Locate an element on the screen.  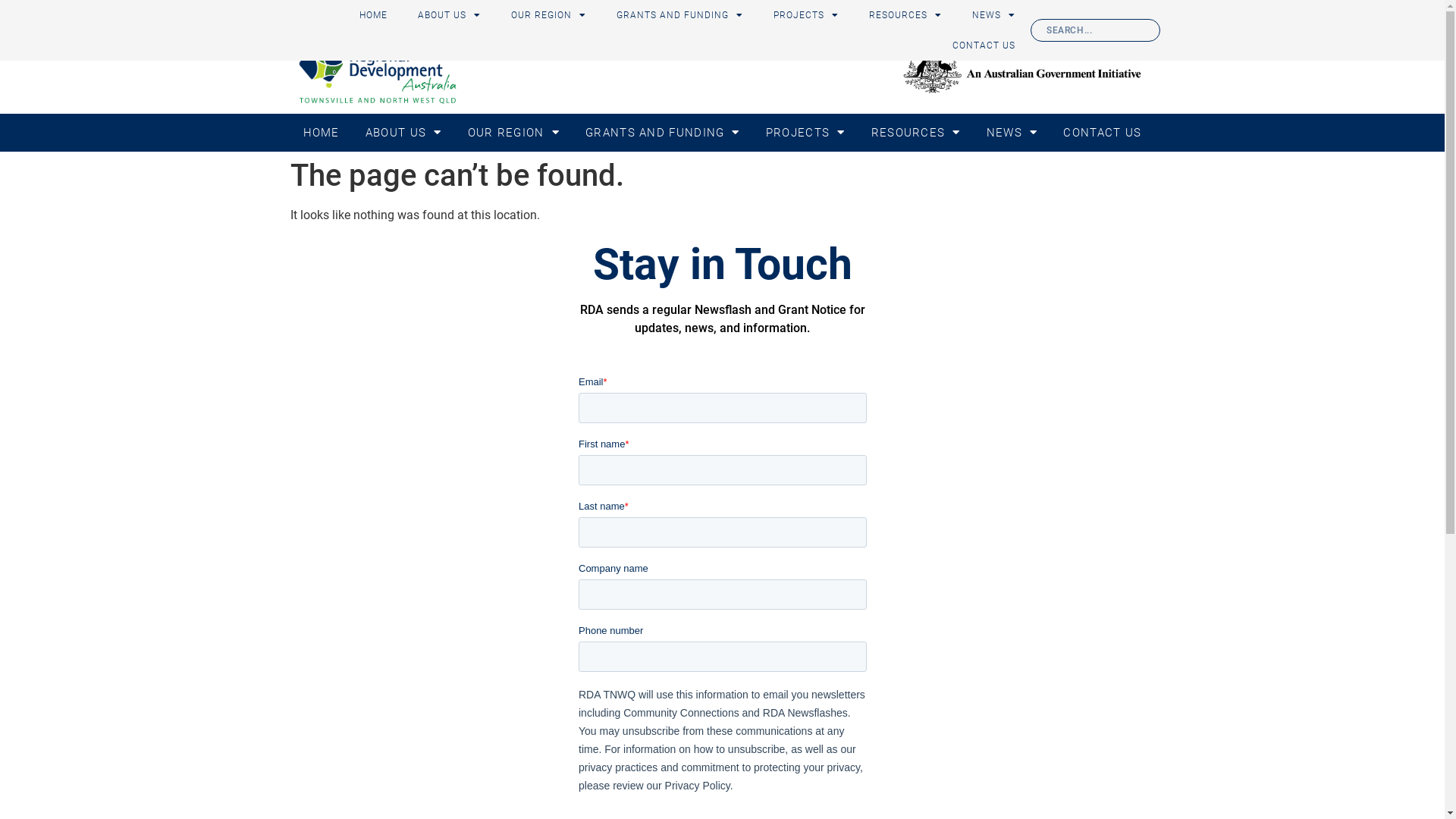
'GRANTS AND FUNDING' is located at coordinates (662, 131).